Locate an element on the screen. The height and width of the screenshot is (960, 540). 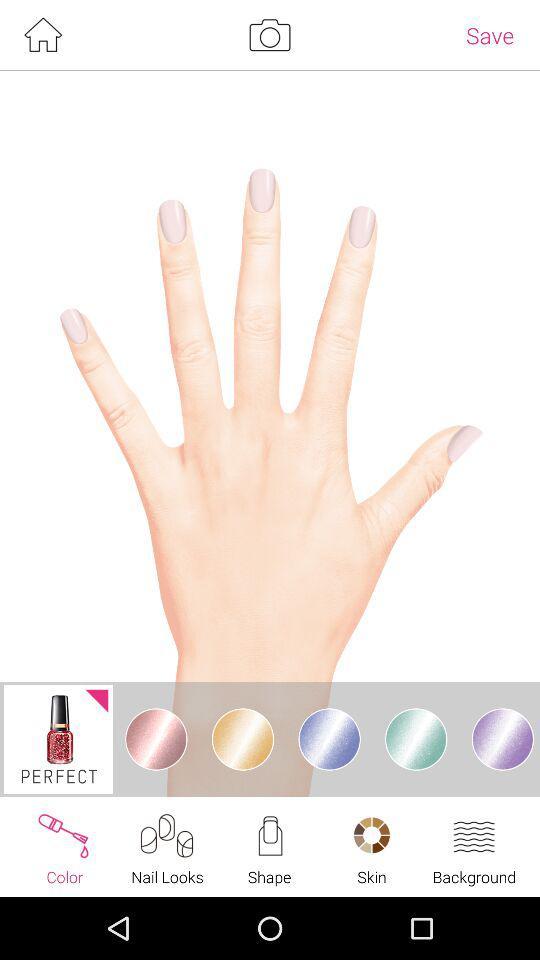
the save is located at coordinates (489, 34).